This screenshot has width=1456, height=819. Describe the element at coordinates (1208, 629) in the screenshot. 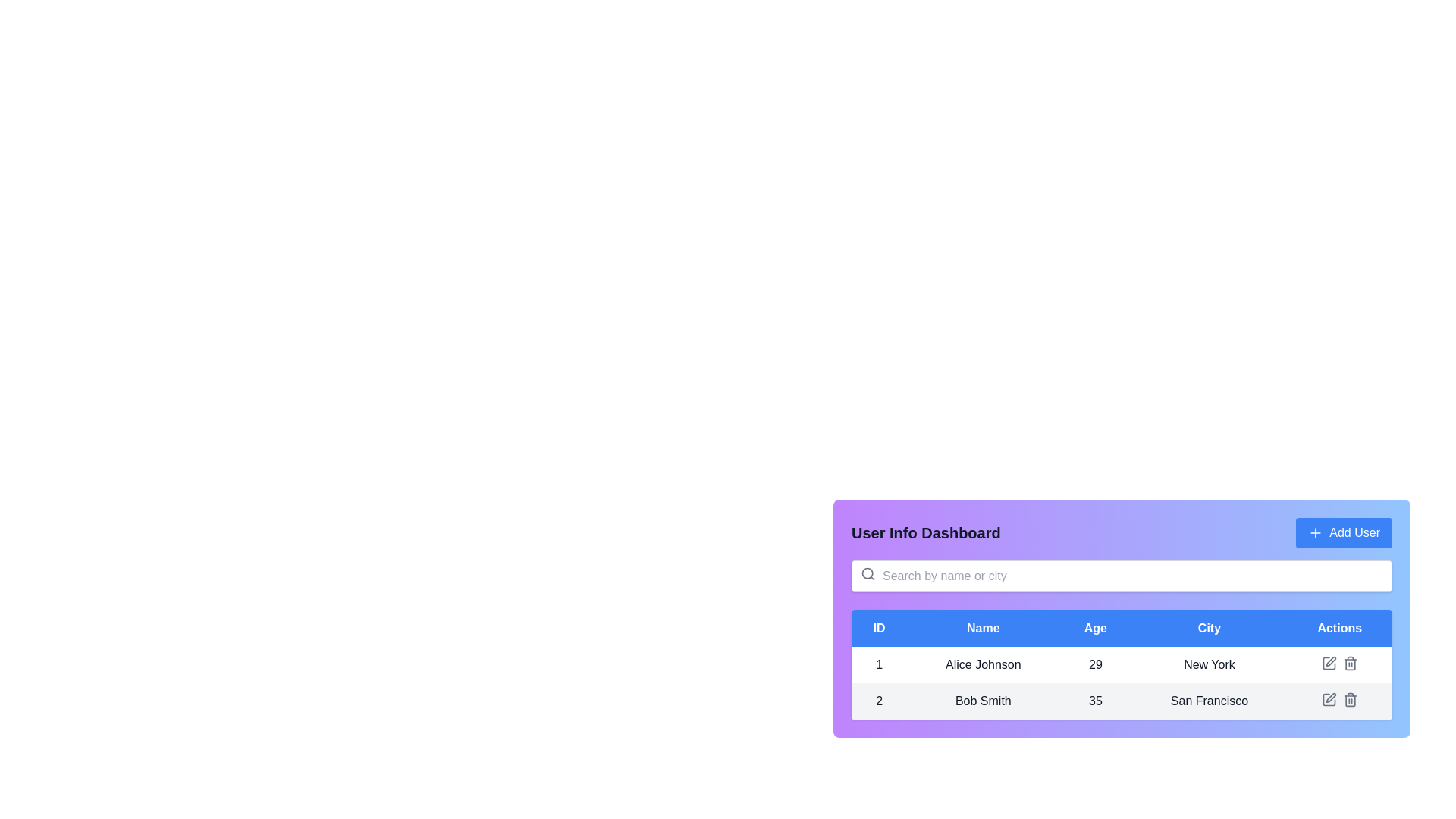

I see `the blue rectangular tab labeled 'City' which is the fourth tab in the header of the user data table` at that location.